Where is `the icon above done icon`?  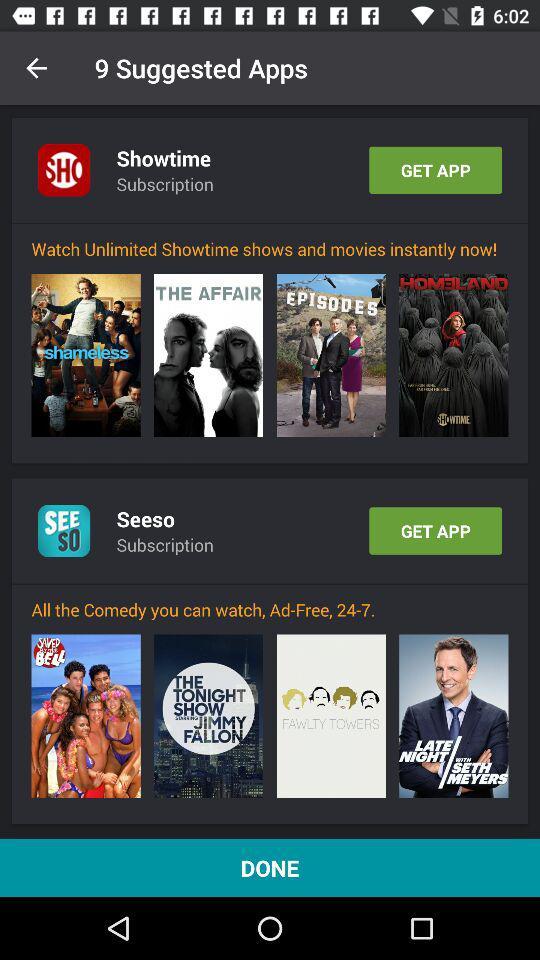 the icon above done icon is located at coordinates (207, 716).